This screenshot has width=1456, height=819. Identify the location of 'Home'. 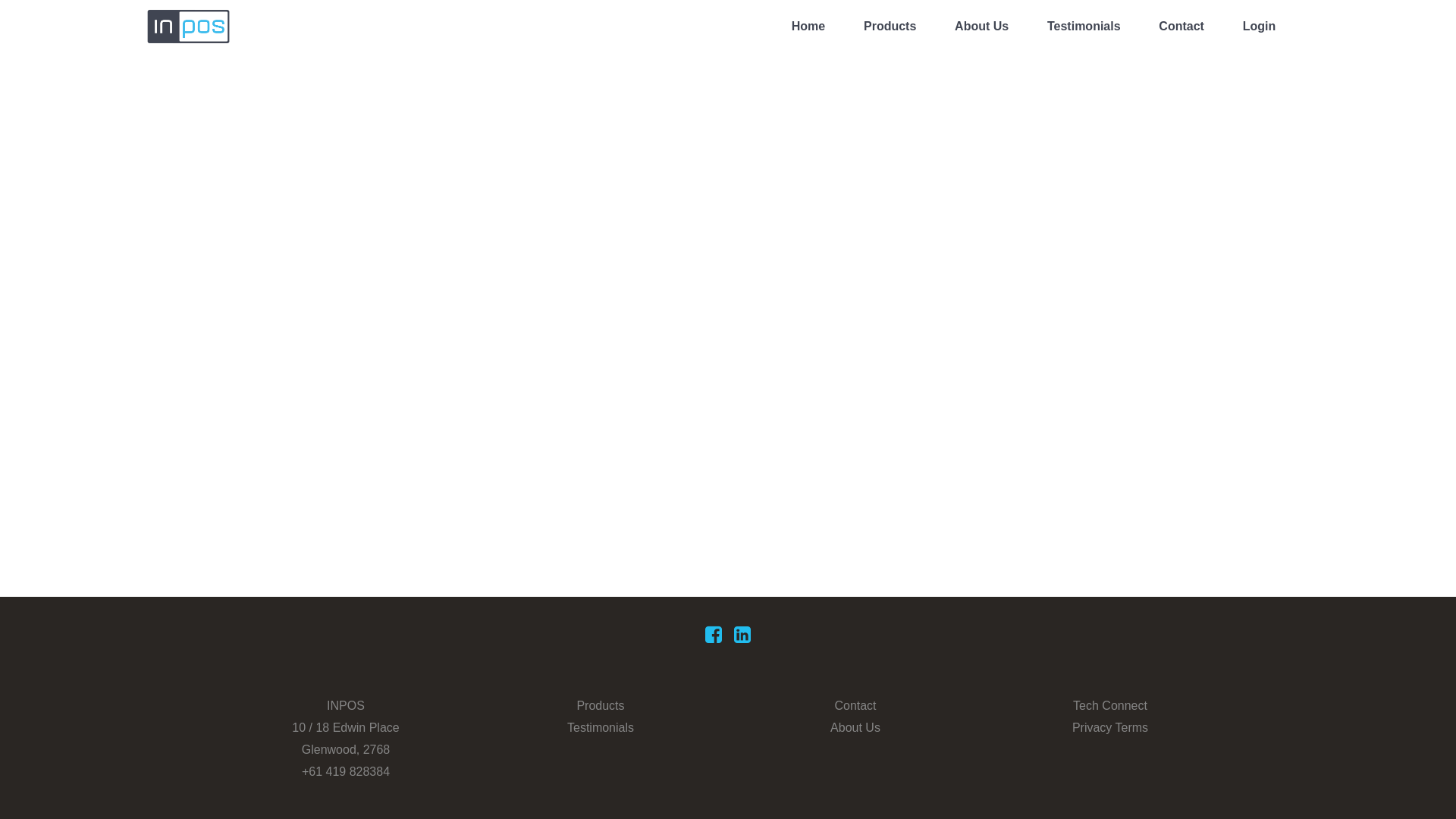
(807, 26).